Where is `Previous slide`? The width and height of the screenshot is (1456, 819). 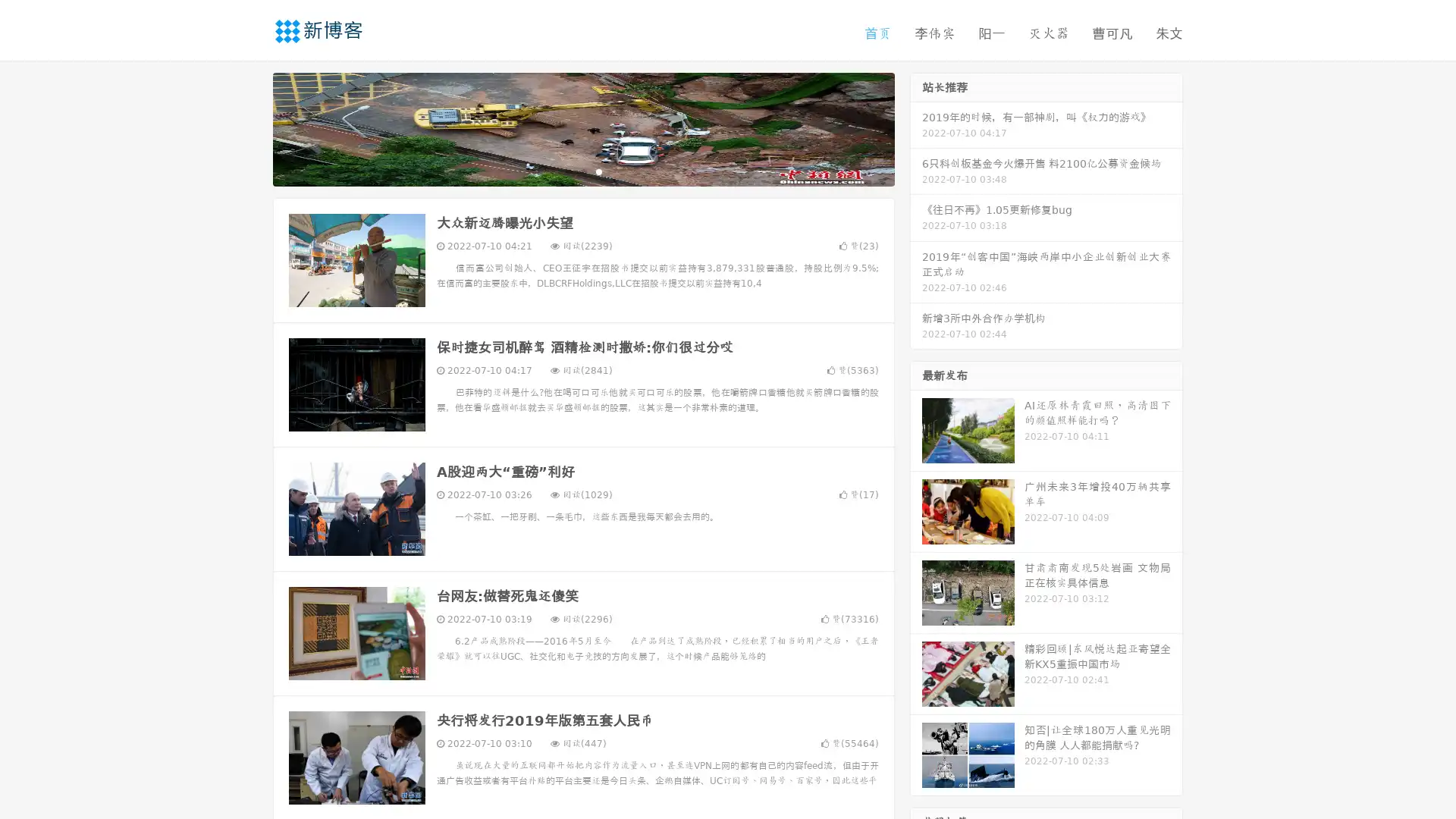
Previous slide is located at coordinates (250, 127).